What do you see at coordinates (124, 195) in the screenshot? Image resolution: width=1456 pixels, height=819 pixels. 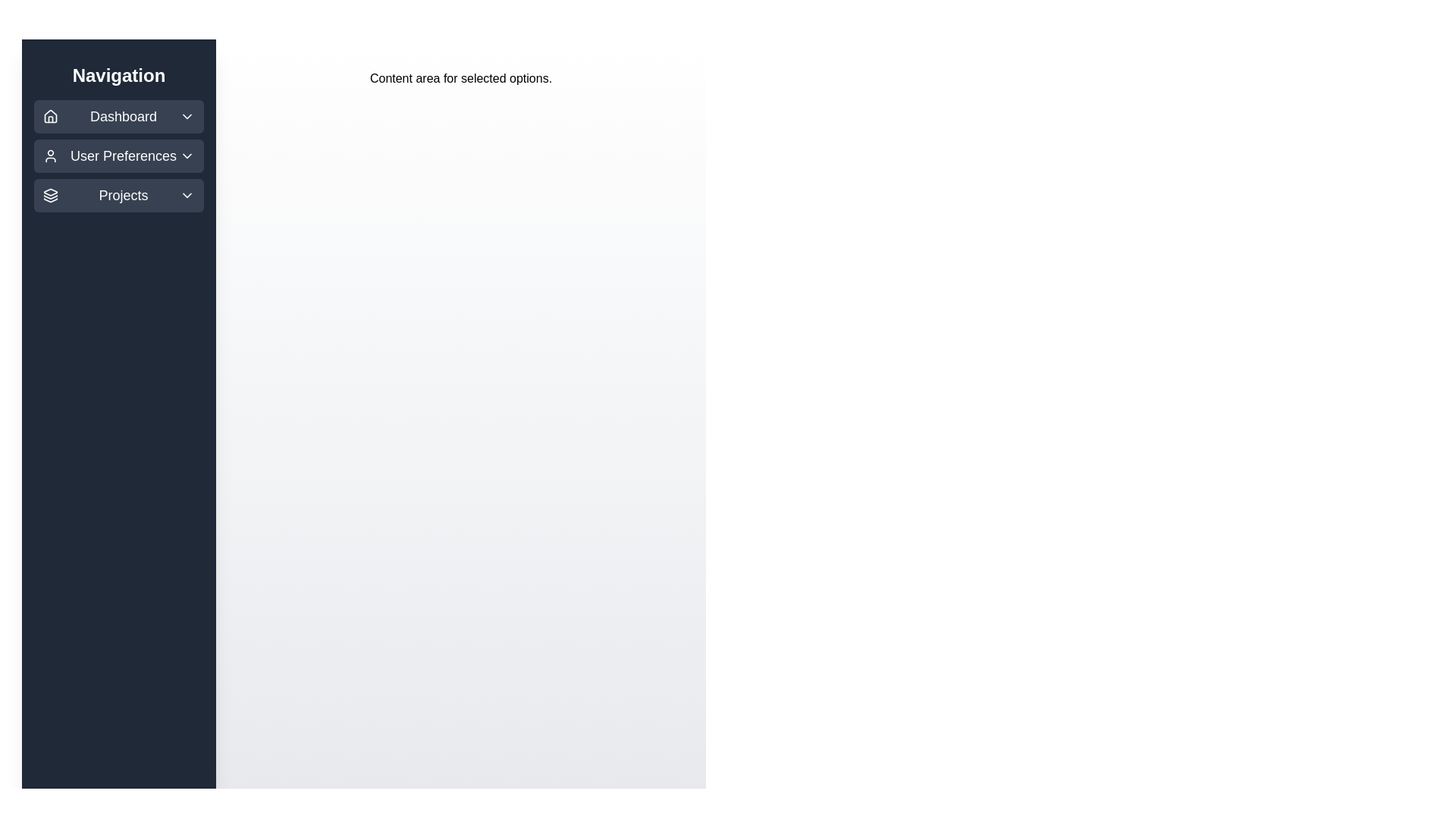 I see `'Projects' label in the navigation menu, which indicates the section for managing projects, located near the top of the sidebar as the third item in the list` at bounding box center [124, 195].